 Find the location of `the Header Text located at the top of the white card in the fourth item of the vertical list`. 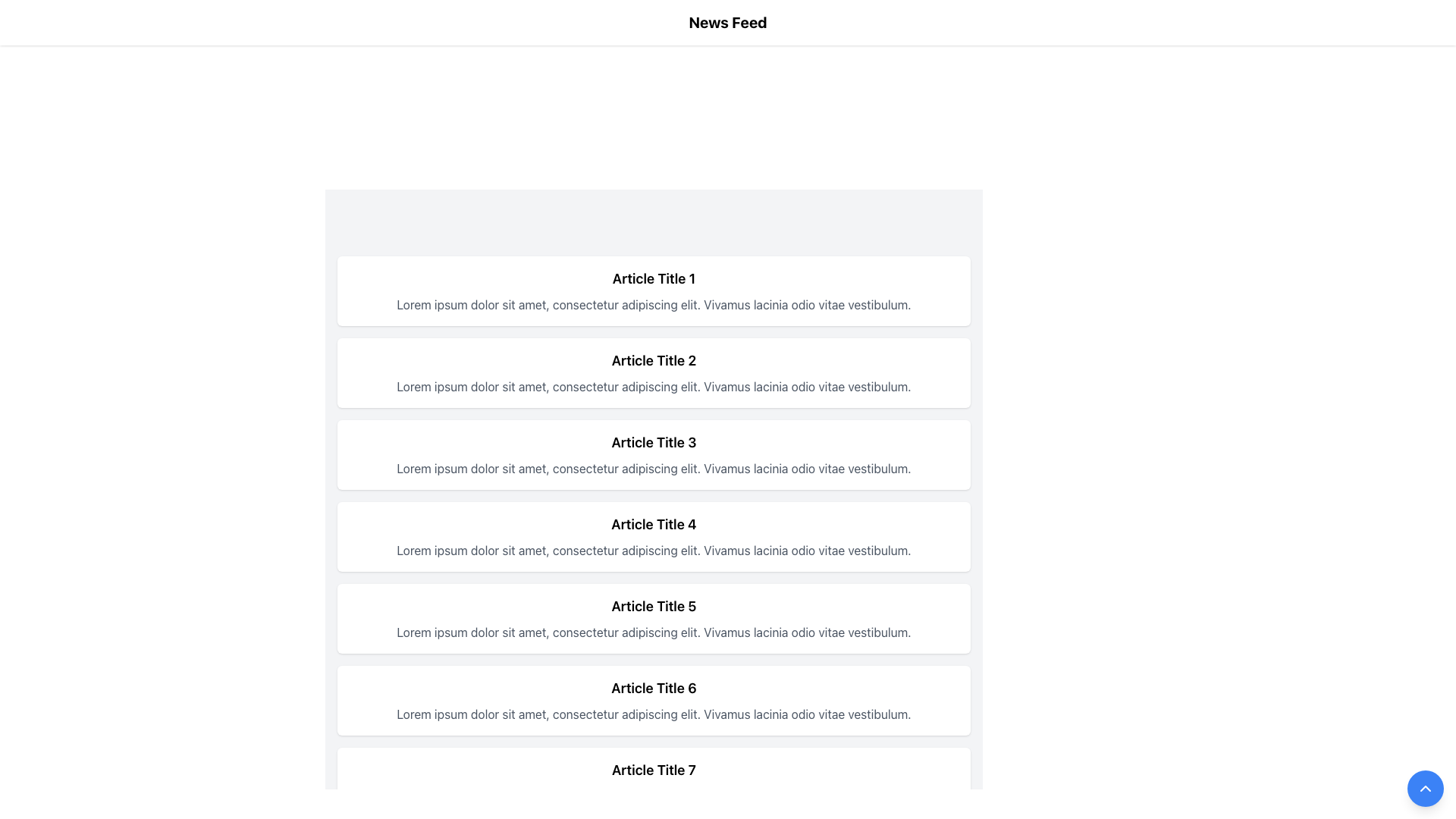

the Header Text located at the top of the white card in the fourth item of the vertical list is located at coordinates (654, 523).